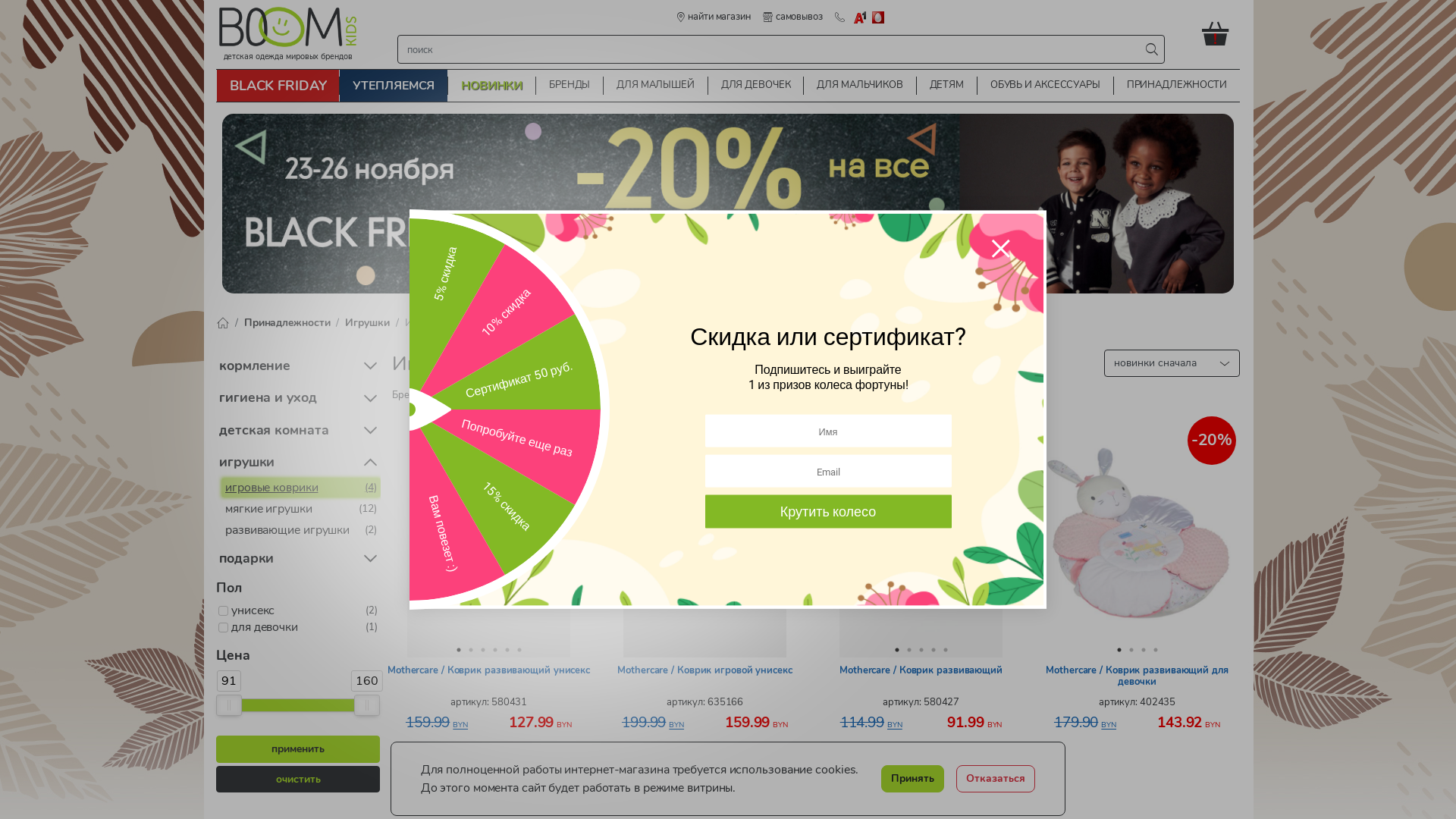  Describe the element at coordinates (1131, 648) in the screenshot. I see `'2'` at that location.